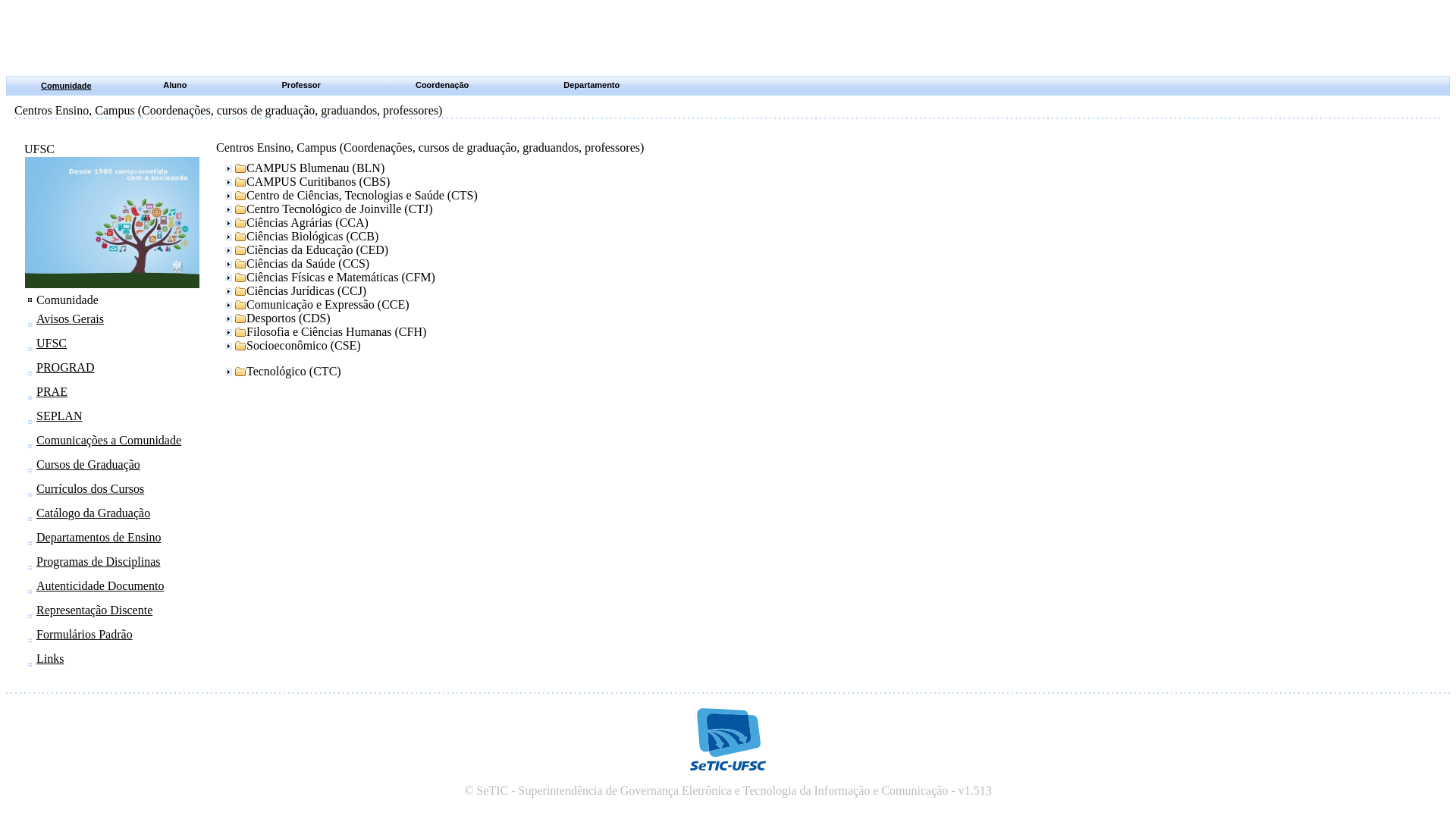 The image size is (1456, 819). I want to click on 'Professor', so click(302, 85).